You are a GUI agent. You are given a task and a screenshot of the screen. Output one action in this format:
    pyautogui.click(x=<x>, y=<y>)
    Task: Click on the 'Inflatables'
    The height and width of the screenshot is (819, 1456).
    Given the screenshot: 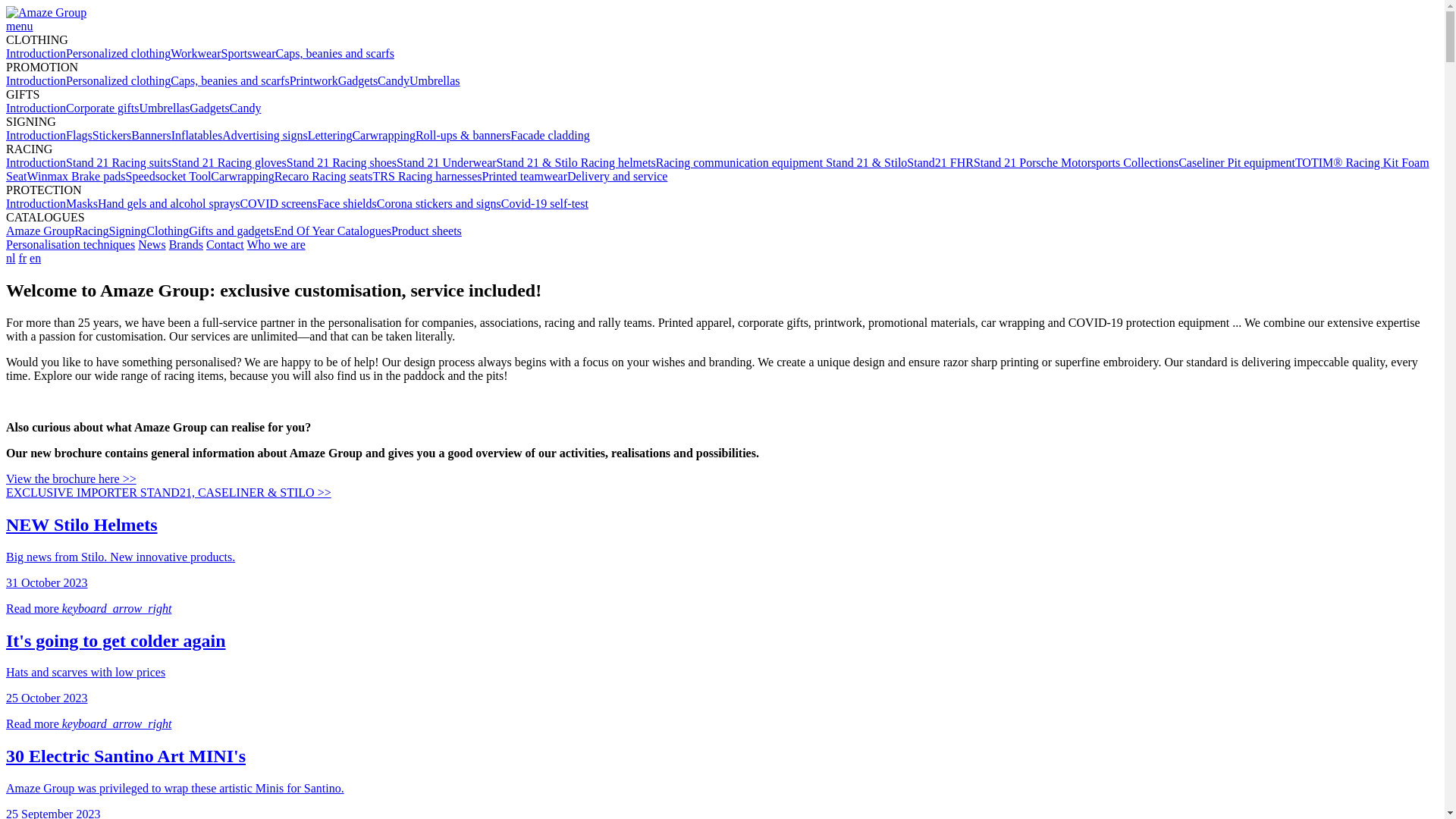 What is the action you would take?
    pyautogui.click(x=196, y=134)
    